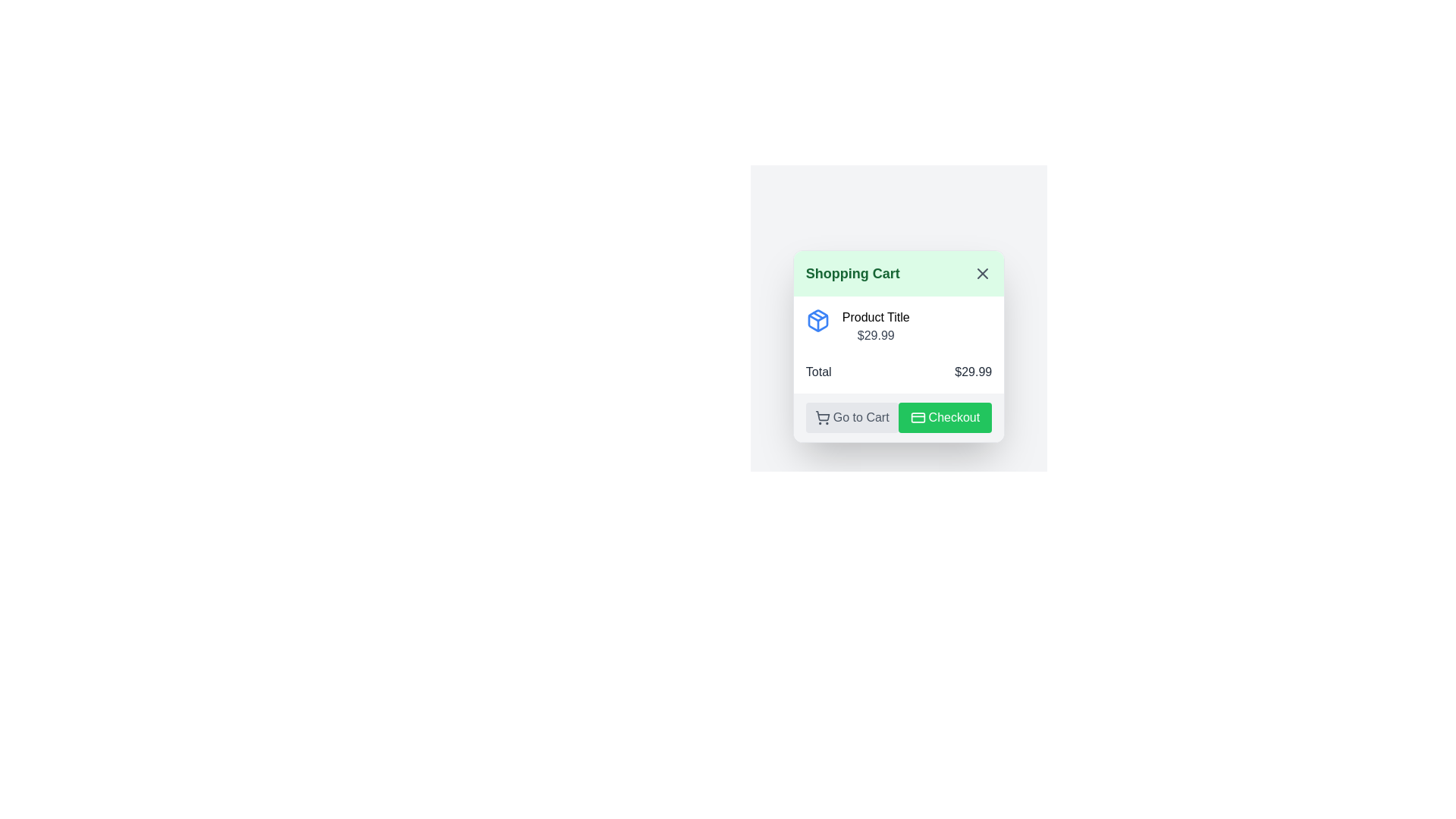 The width and height of the screenshot is (1456, 819). I want to click on the checkout button located to the right of the 'Go to Cart' button in the 'Shopping Cart' dialog box, so click(944, 418).